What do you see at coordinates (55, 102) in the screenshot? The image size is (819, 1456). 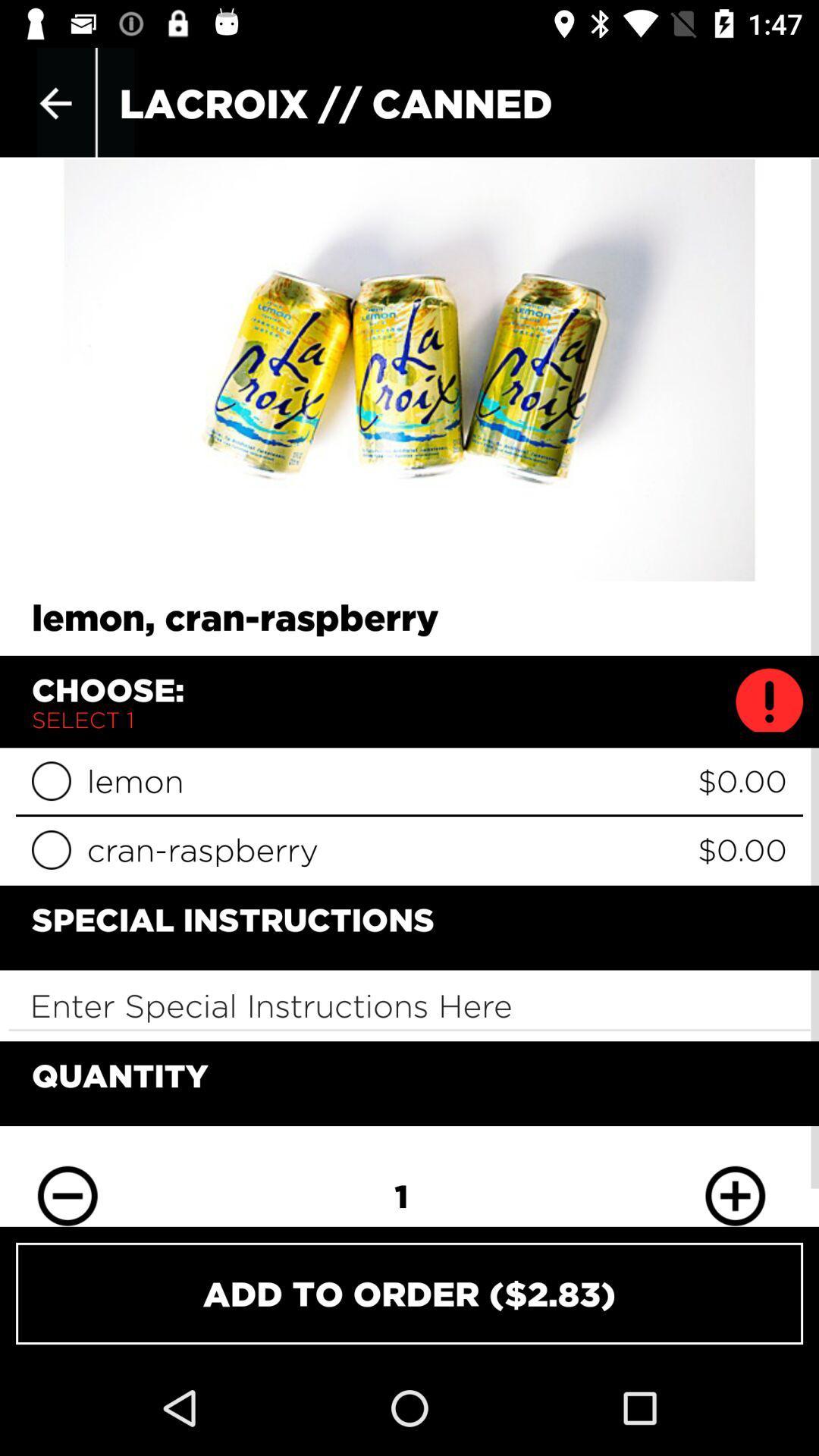 I see `the icon next to lacroix // canned` at bounding box center [55, 102].